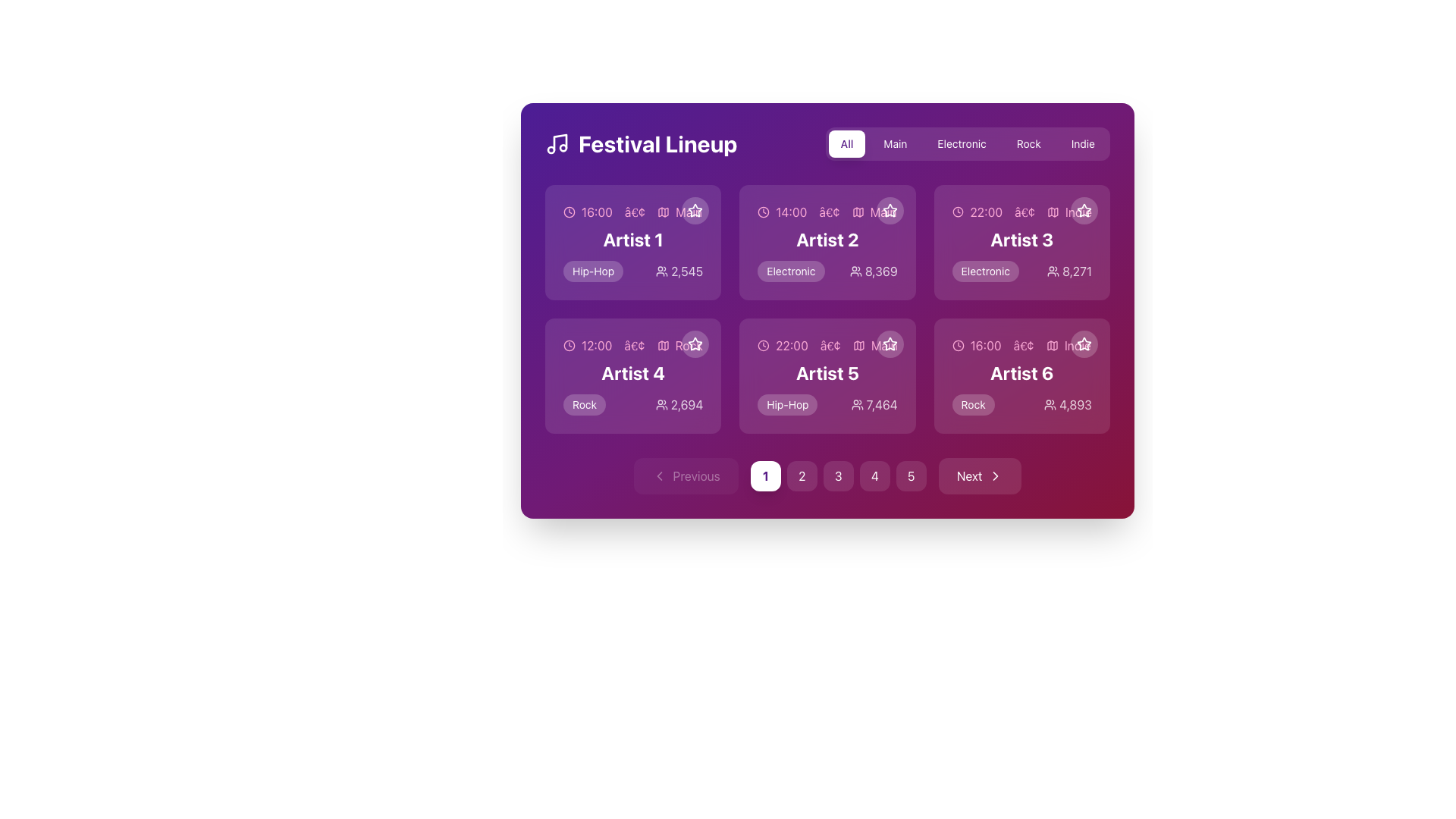 The height and width of the screenshot is (819, 1456). What do you see at coordinates (659, 475) in the screenshot?
I see `the Chevron icon located at the bottom-left corner of the interface` at bounding box center [659, 475].